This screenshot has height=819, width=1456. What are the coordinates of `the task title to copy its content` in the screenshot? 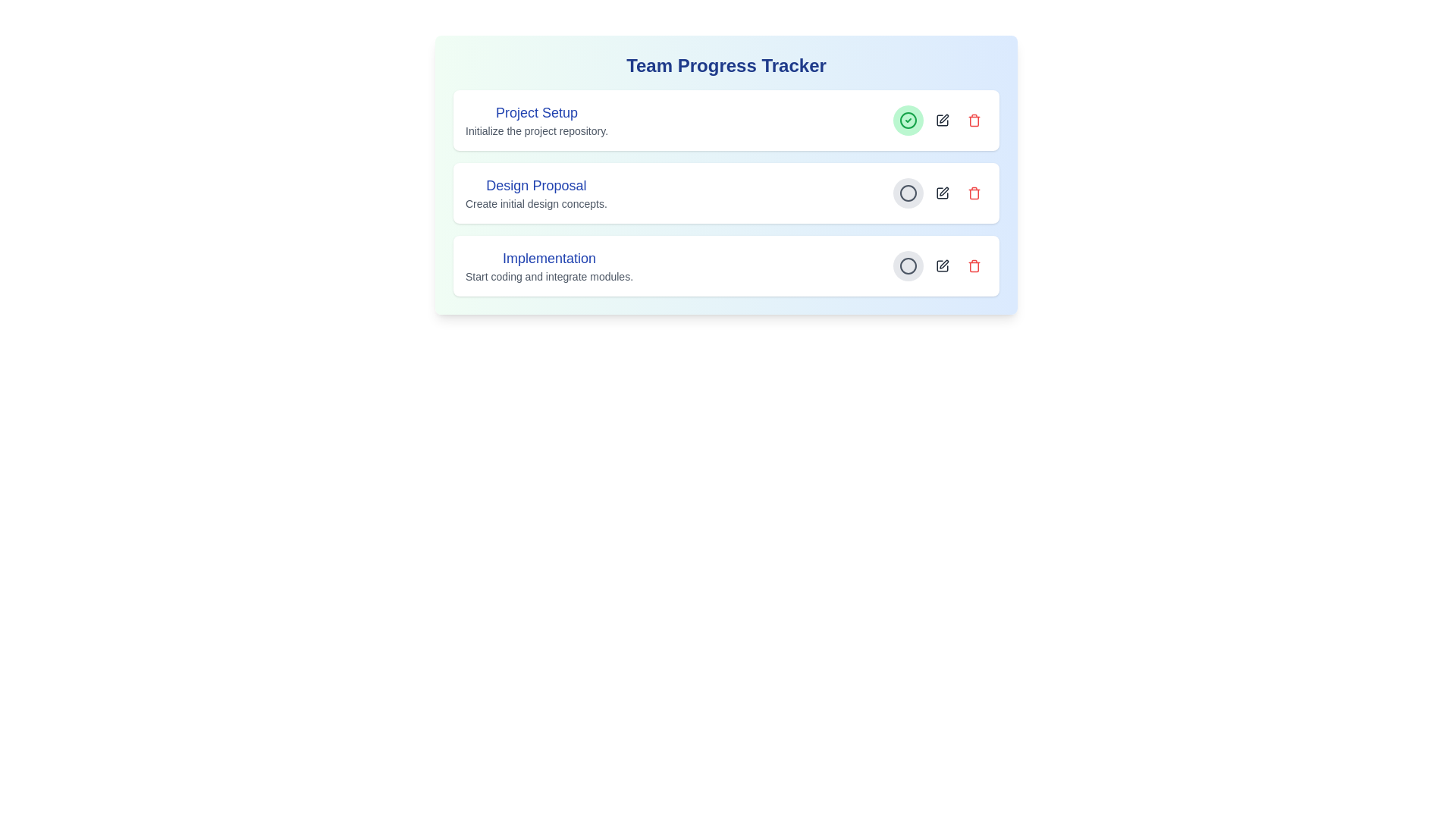 It's located at (537, 112).